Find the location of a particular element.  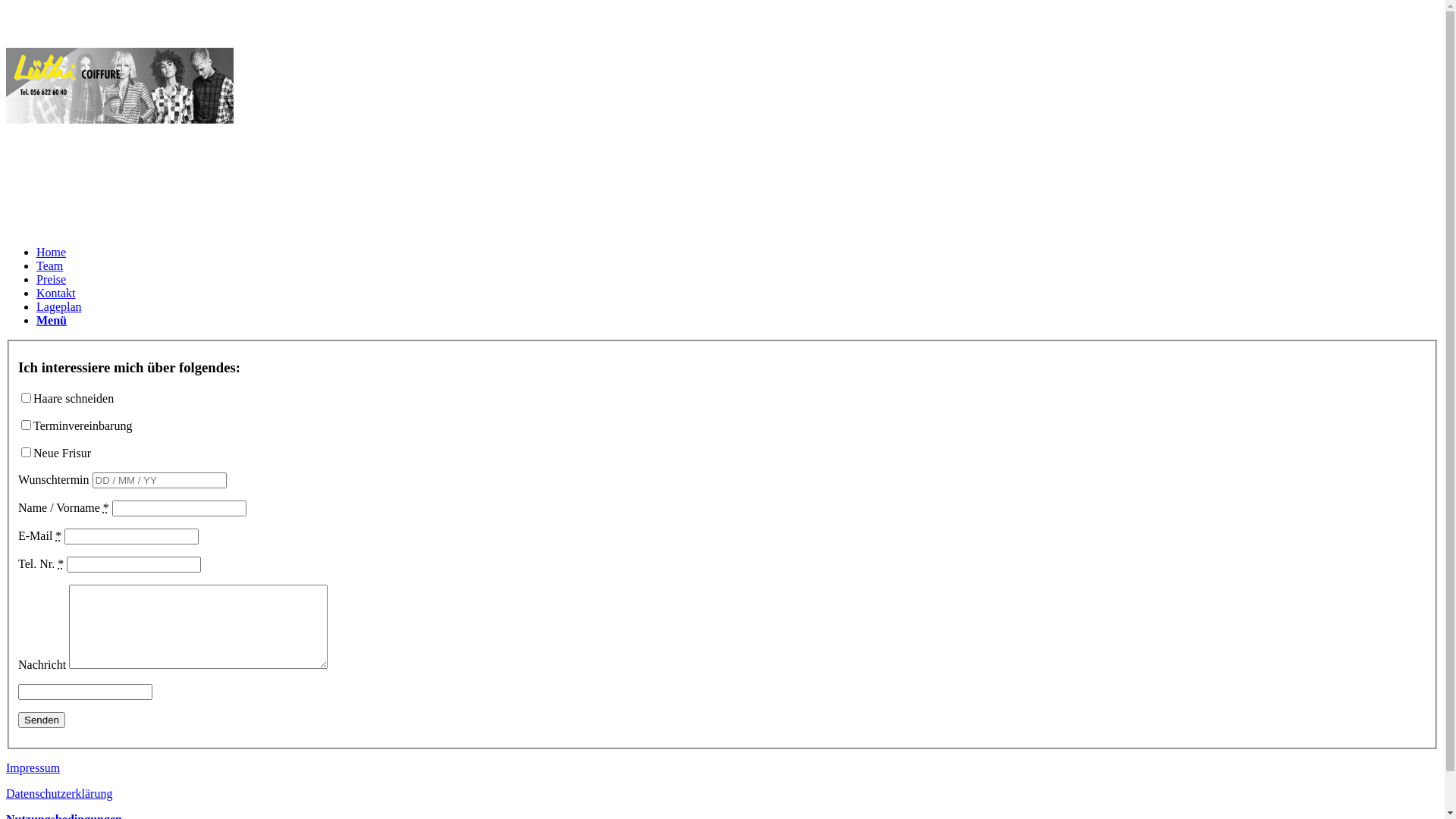

'Team' is located at coordinates (49, 265).